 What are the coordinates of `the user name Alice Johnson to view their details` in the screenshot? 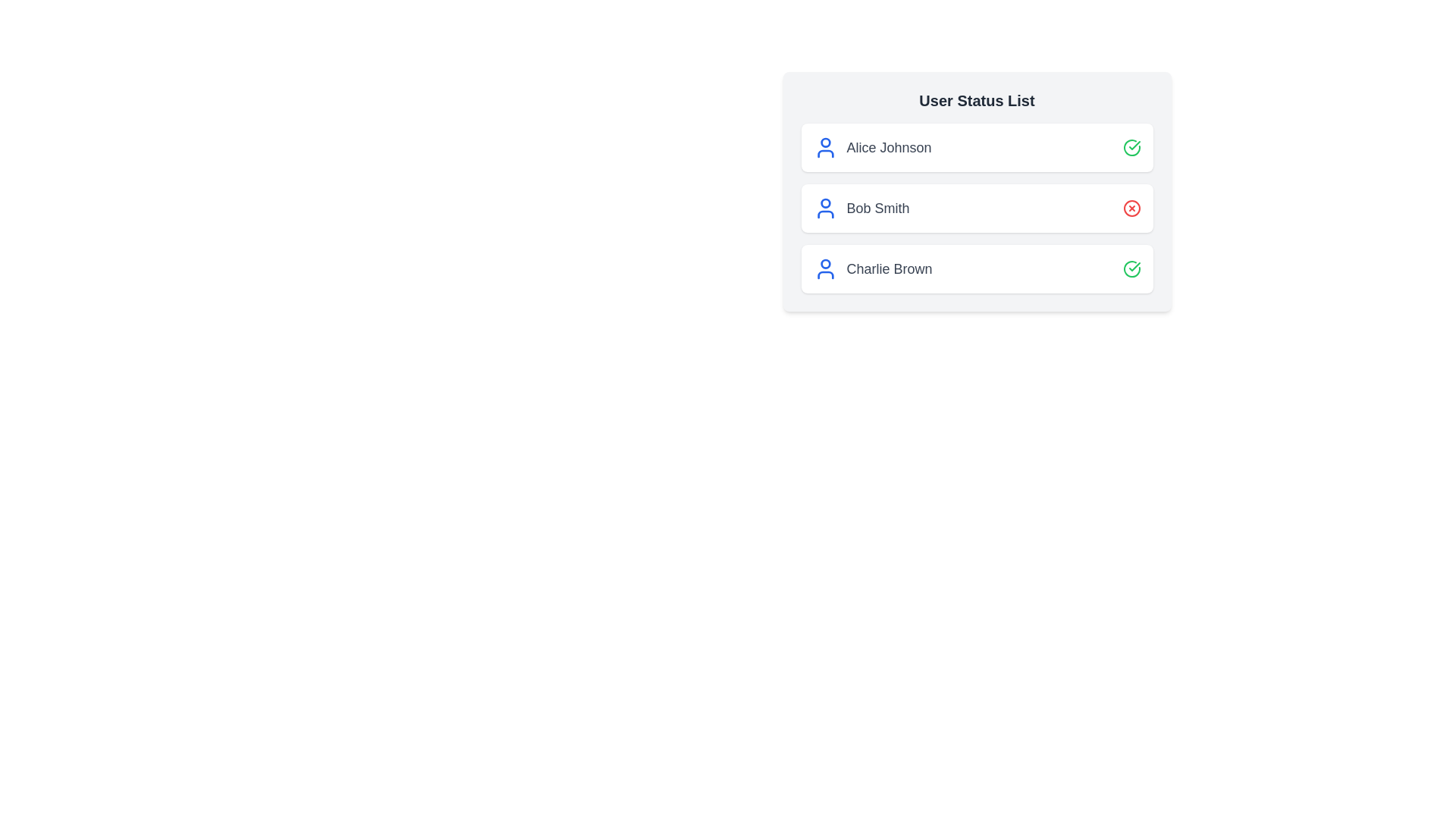 It's located at (889, 148).